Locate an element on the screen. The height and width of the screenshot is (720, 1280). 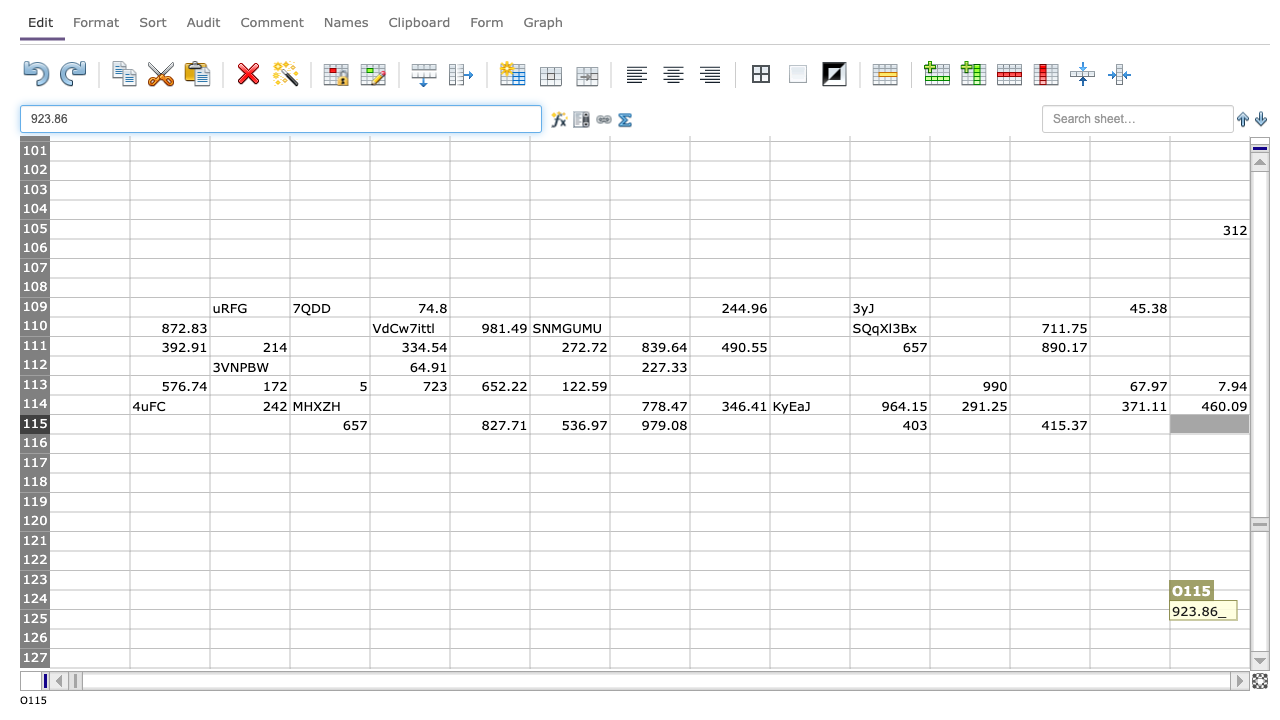
B126 is located at coordinates (169, 638).